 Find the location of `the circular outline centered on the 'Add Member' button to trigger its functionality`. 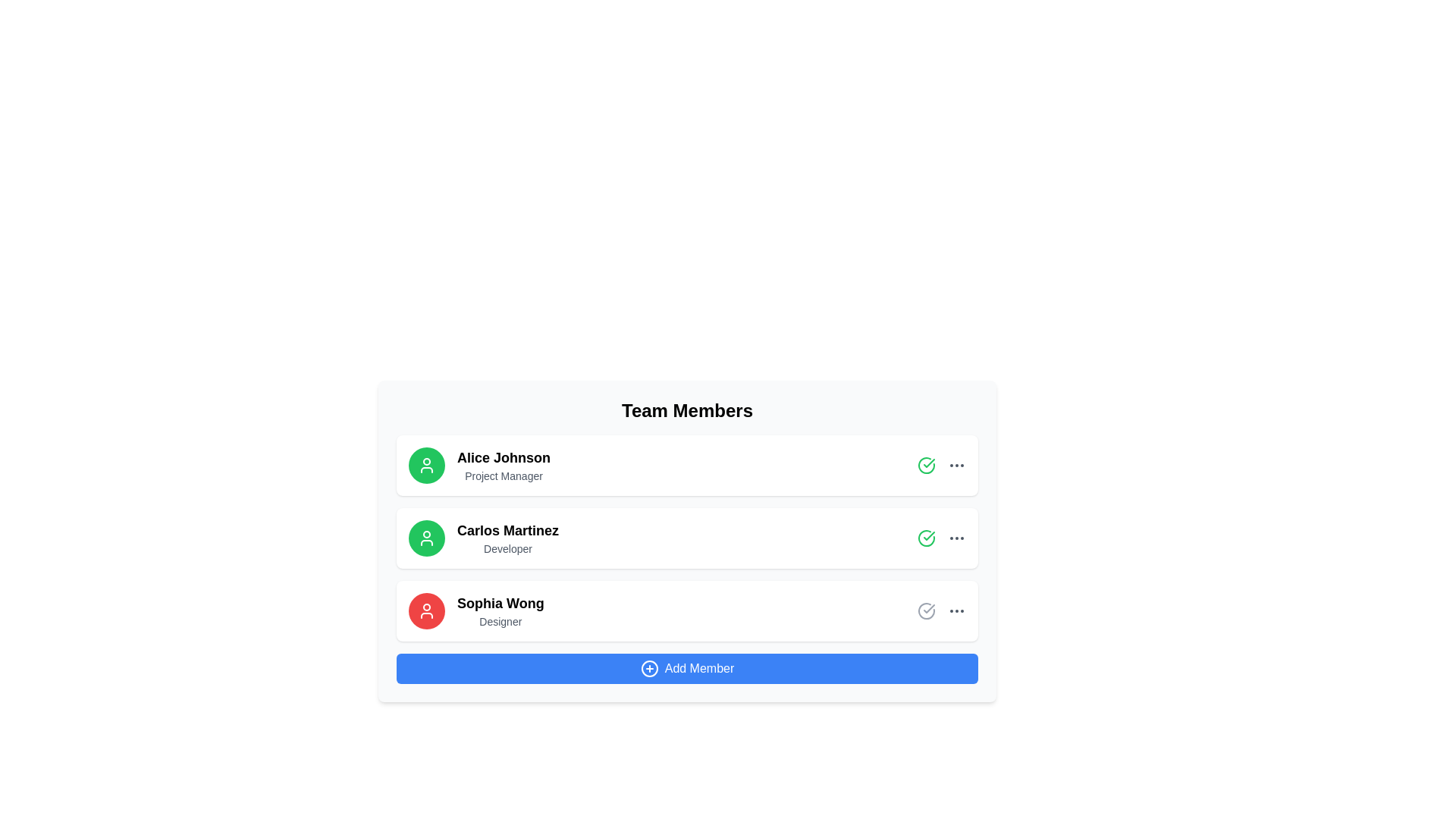

the circular outline centered on the 'Add Member' button to trigger its functionality is located at coordinates (649, 668).